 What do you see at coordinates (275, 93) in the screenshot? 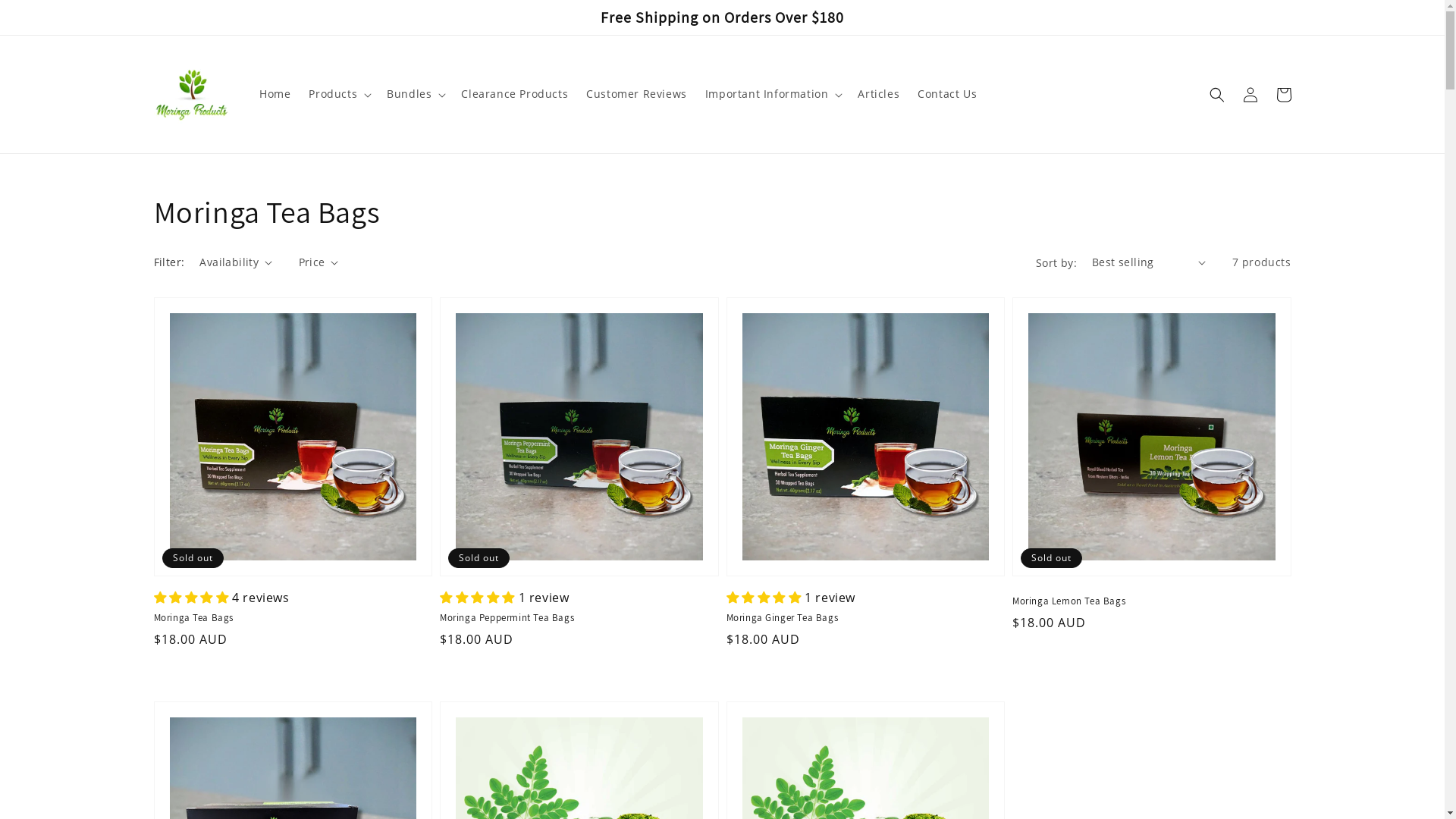
I see `'Home'` at bounding box center [275, 93].